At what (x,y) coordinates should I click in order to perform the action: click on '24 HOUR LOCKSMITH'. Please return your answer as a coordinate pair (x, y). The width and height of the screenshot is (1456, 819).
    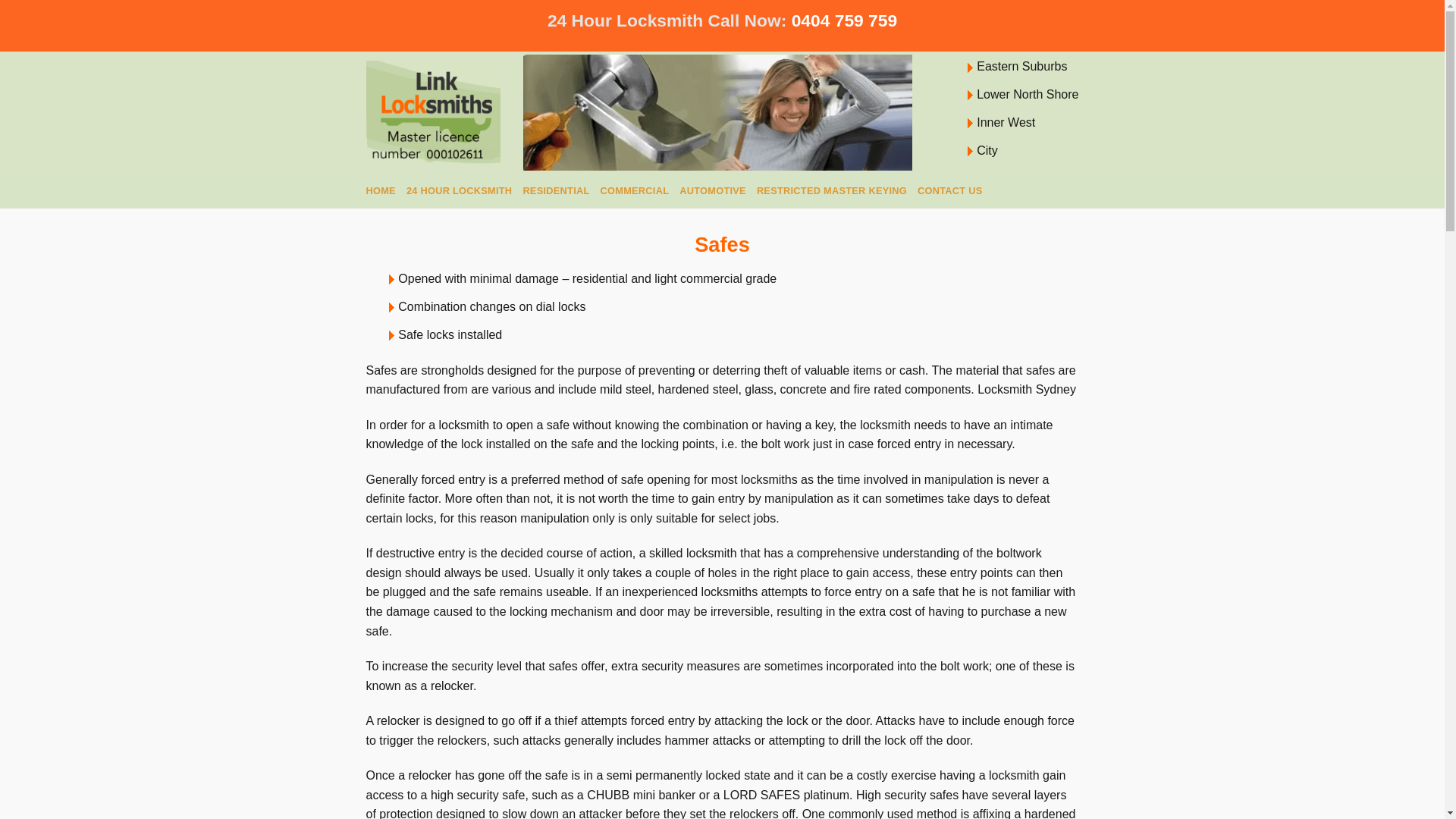
    Looking at the image, I should click on (406, 190).